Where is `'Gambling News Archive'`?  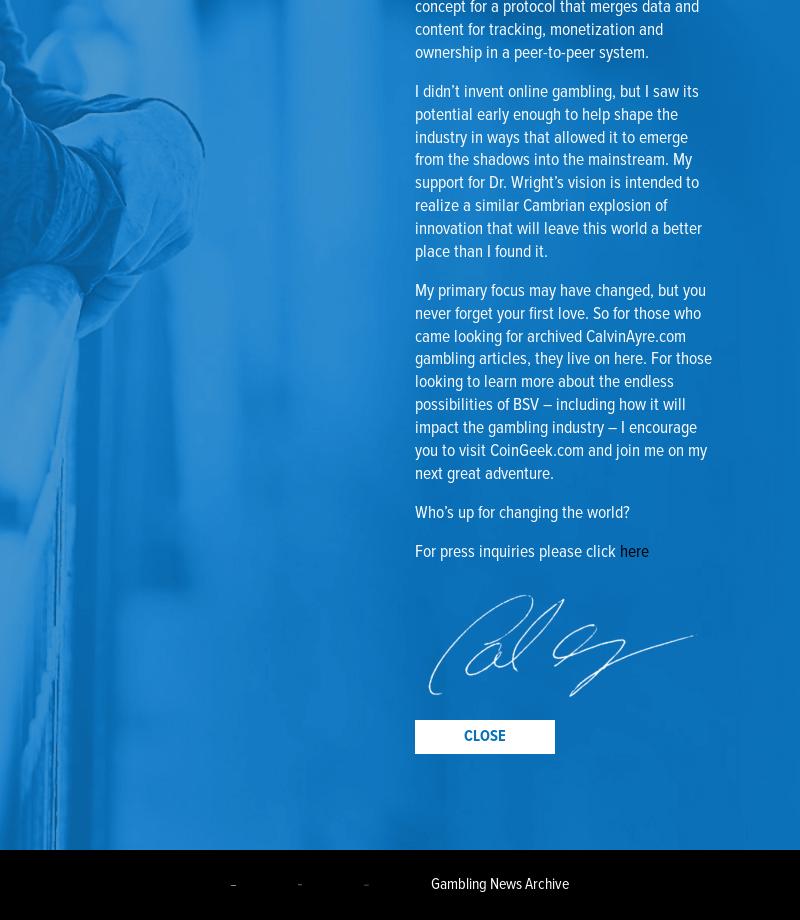 'Gambling News Archive' is located at coordinates (430, 883).